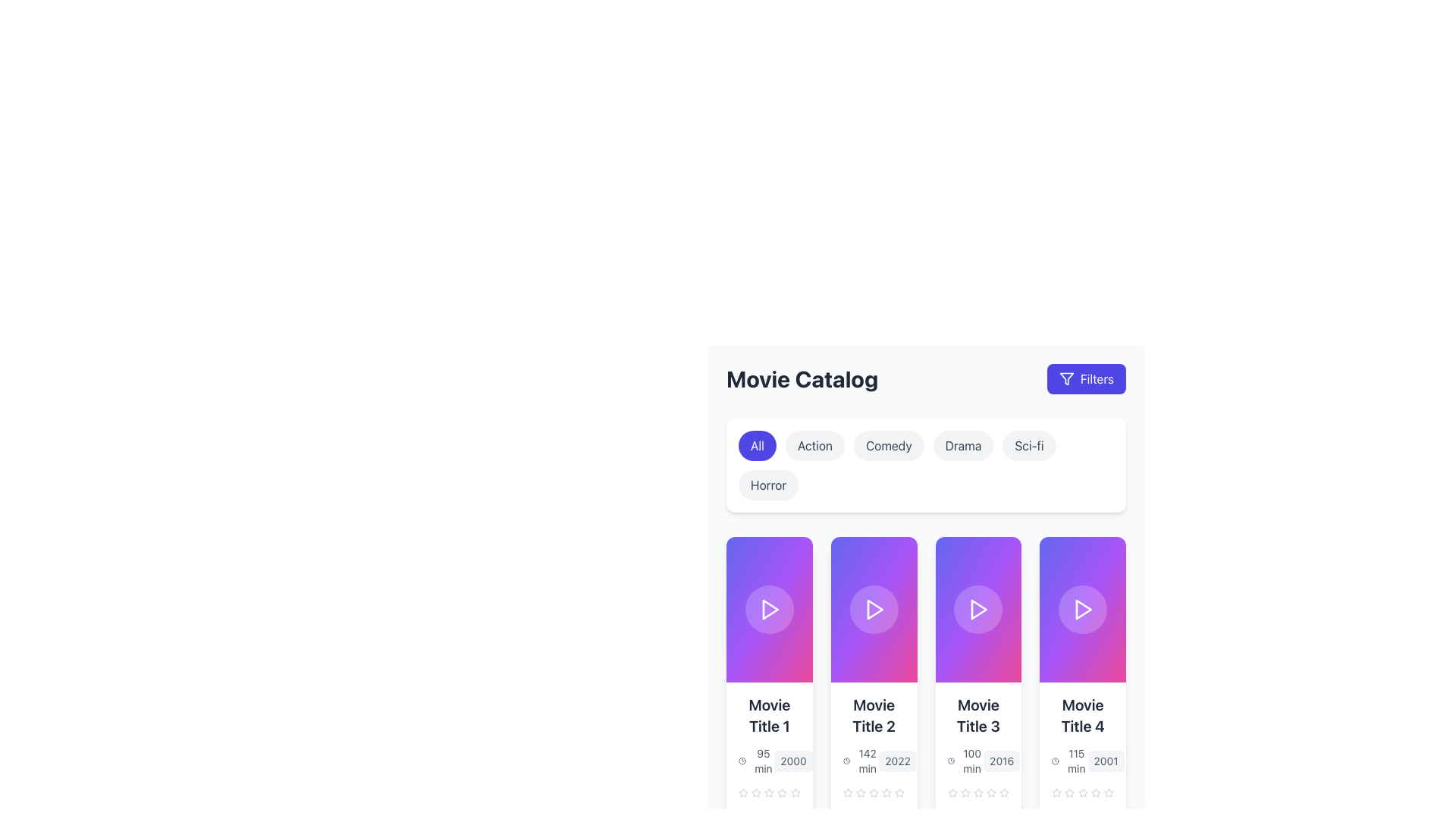 Image resolution: width=1456 pixels, height=819 pixels. I want to click on the first star icon in the rating system below the card labeled 'Movie Title 2', so click(847, 792).